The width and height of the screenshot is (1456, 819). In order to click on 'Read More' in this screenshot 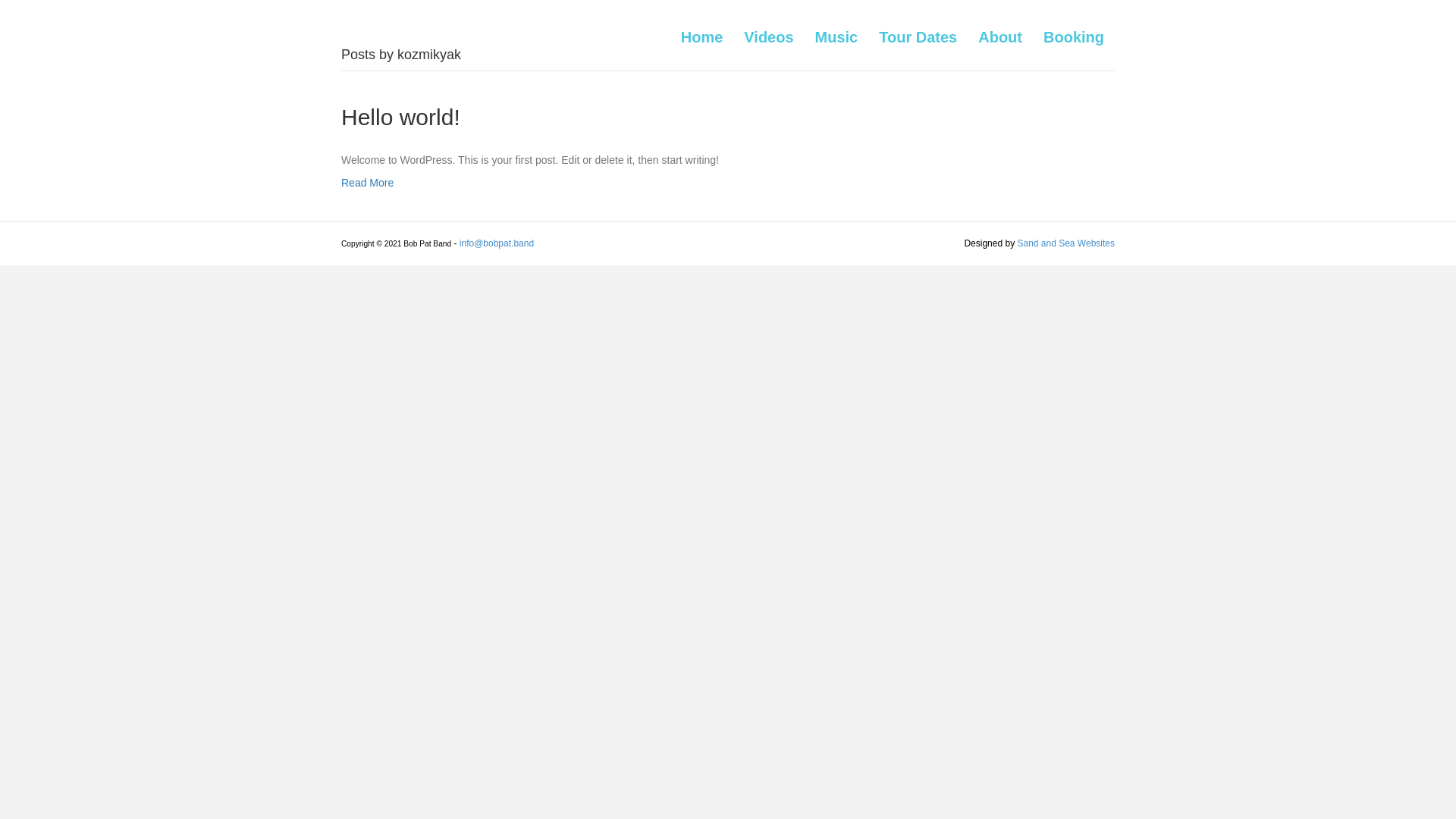, I will do `click(367, 181)`.